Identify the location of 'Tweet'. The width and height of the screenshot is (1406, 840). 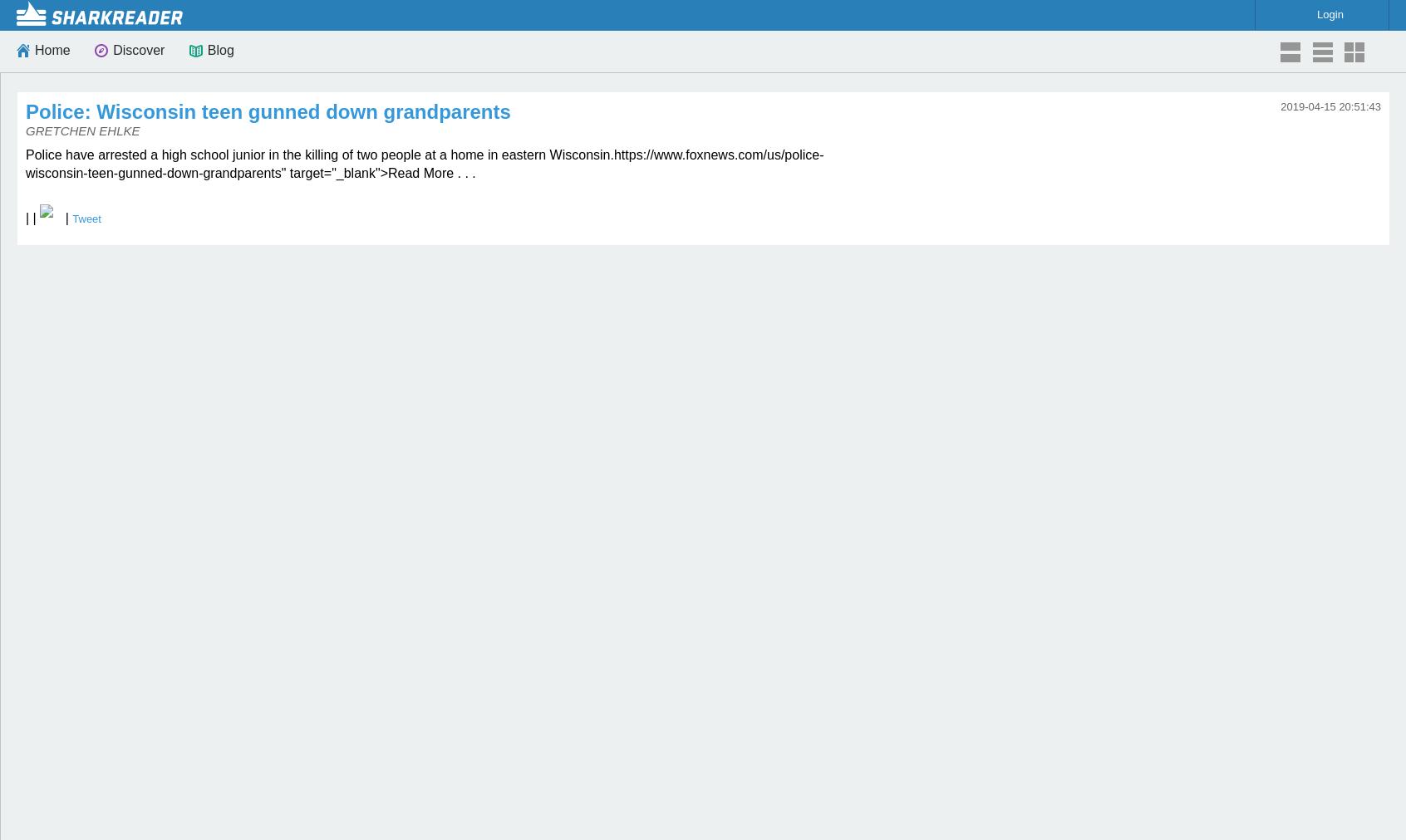
(86, 219).